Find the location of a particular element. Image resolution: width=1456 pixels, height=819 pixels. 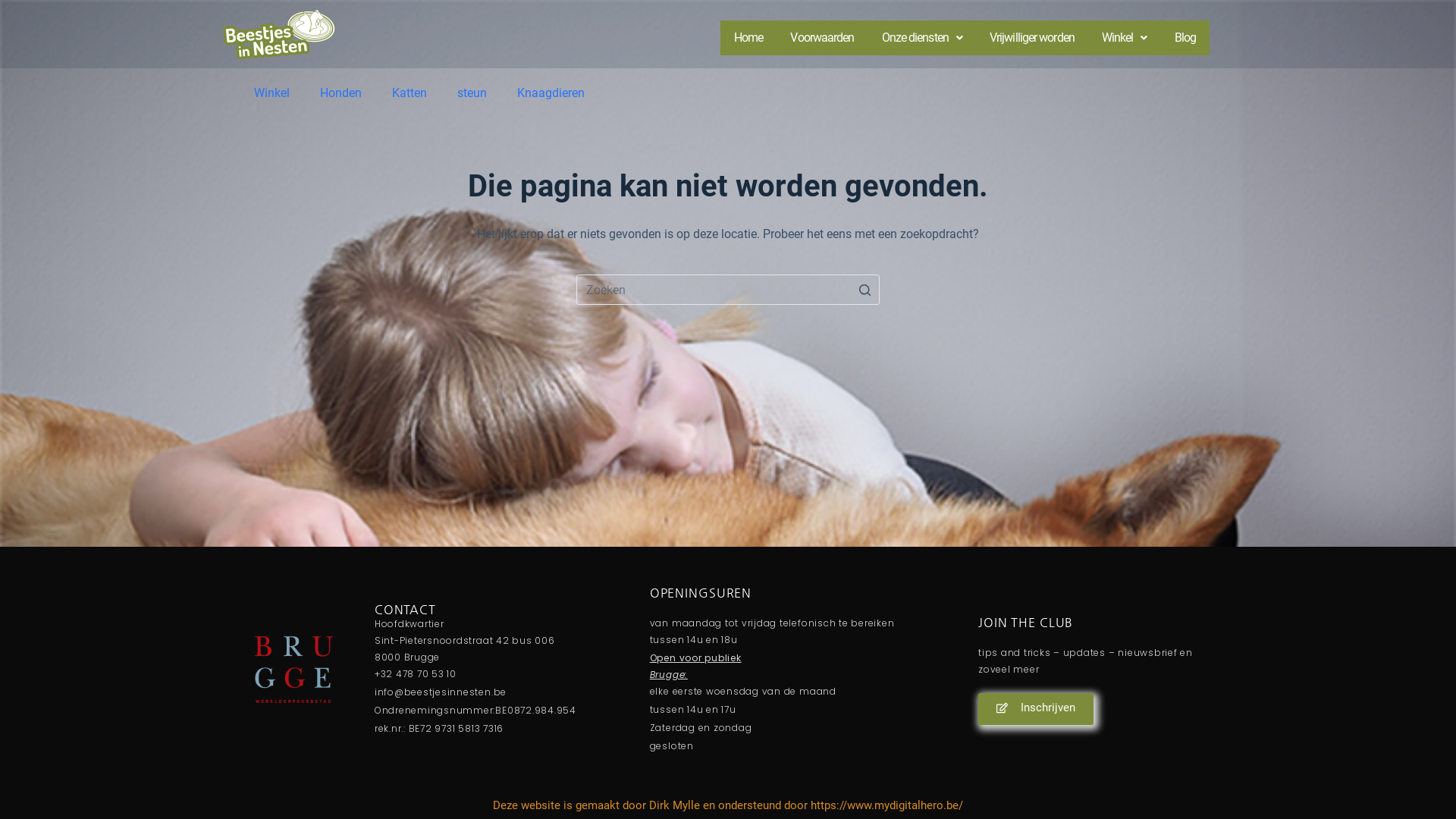

'Vrijwilliger worden' is located at coordinates (975, 37).